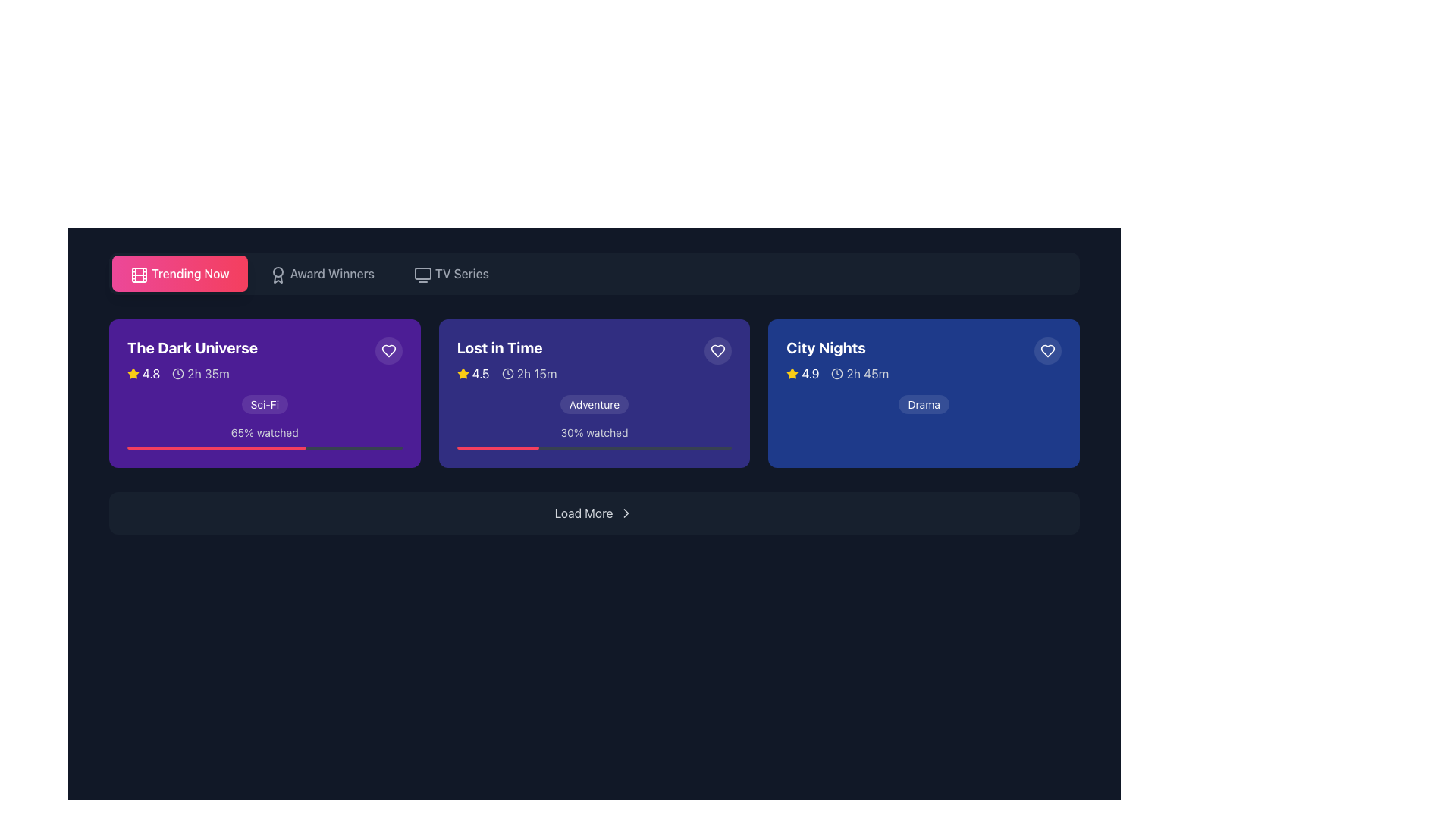  What do you see at coordinates (151, 374) in the screenshot?
I see `the numerical rating value '4.8' displayed in white text next to the yellow star icon within the card labeled 'The Dark Universe'` at bounding box center [151, 374].